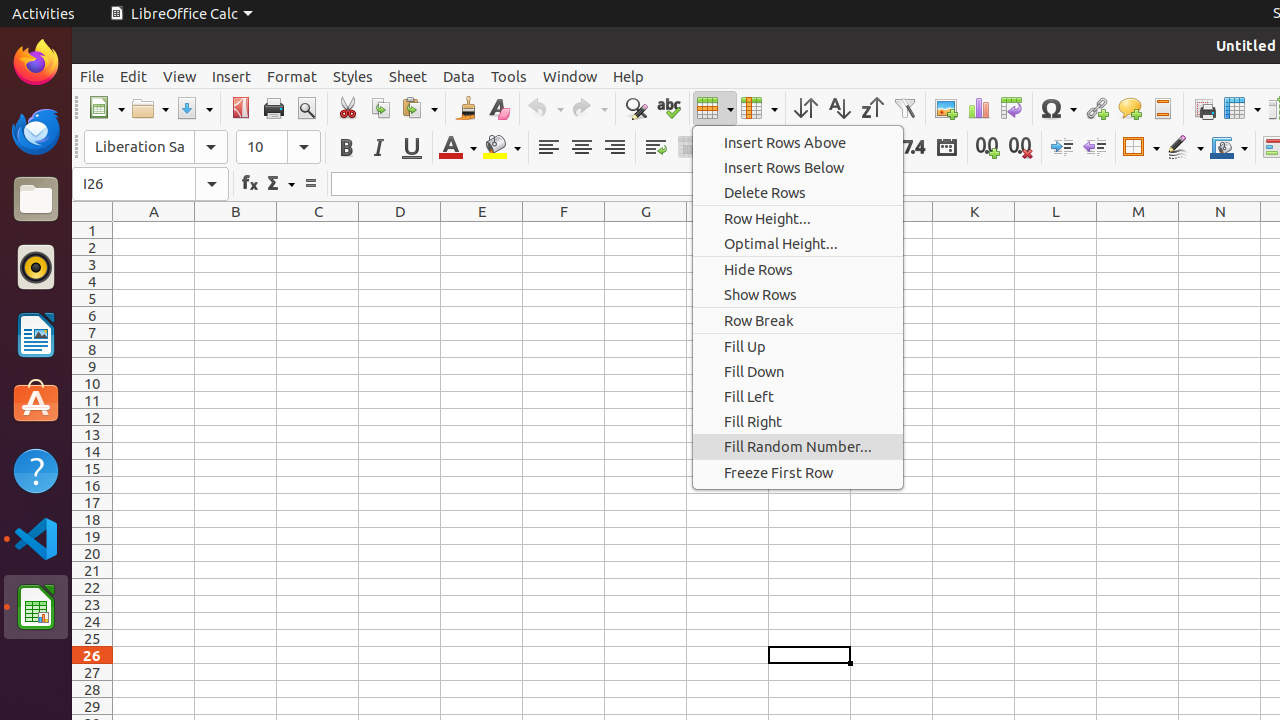 The image size is (1280, 720). Describe the element at coordinates (35, 61) in the screenshot. I see `'Firefox Web Browser'` at that location.